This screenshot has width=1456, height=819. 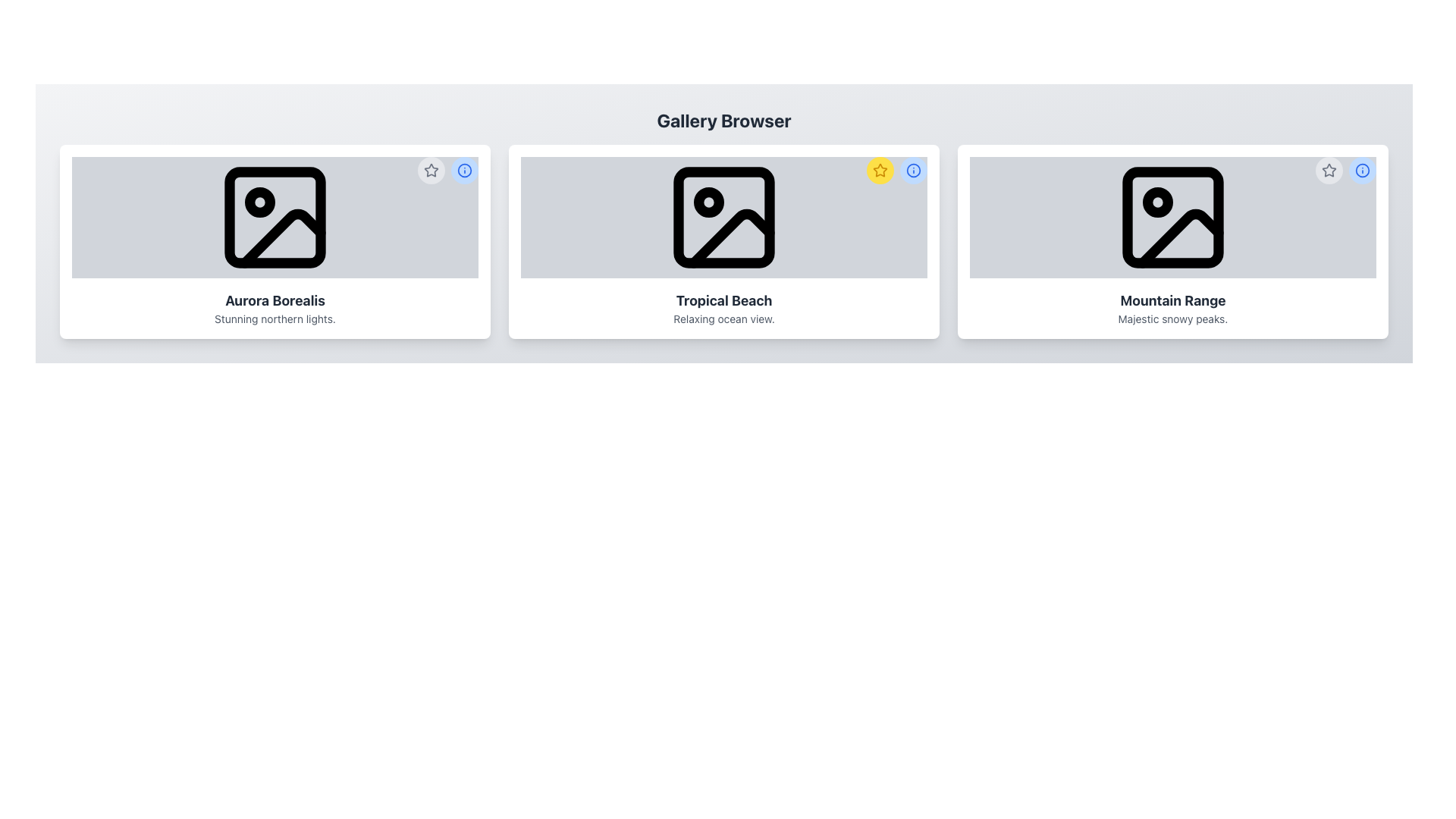 What do you see at coordinates (723, 318) in the screenshot?
I see `the text label providing descriptive information about the gallery item located below the title 'Tropical Beach' in the central card of the gallery interface` at bounding box center [723, 318].